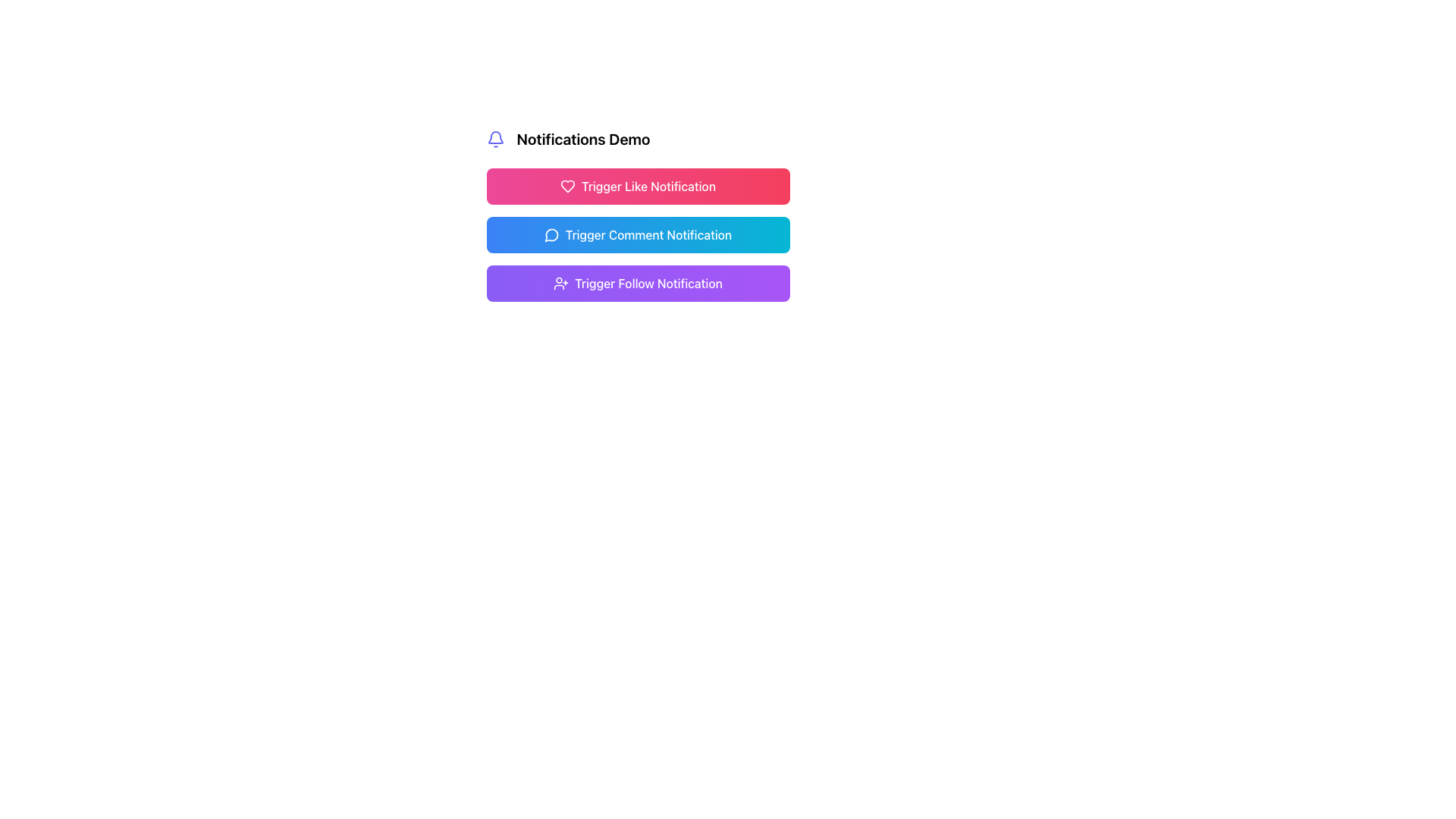  Describe the element at coordinates (648, 234) in the screenshot. I see `text contained in the button that triggers a comment notification, positioned between the 'Trigger Like Notification' and 'Trigger Follow Notification' buttons` at that location.